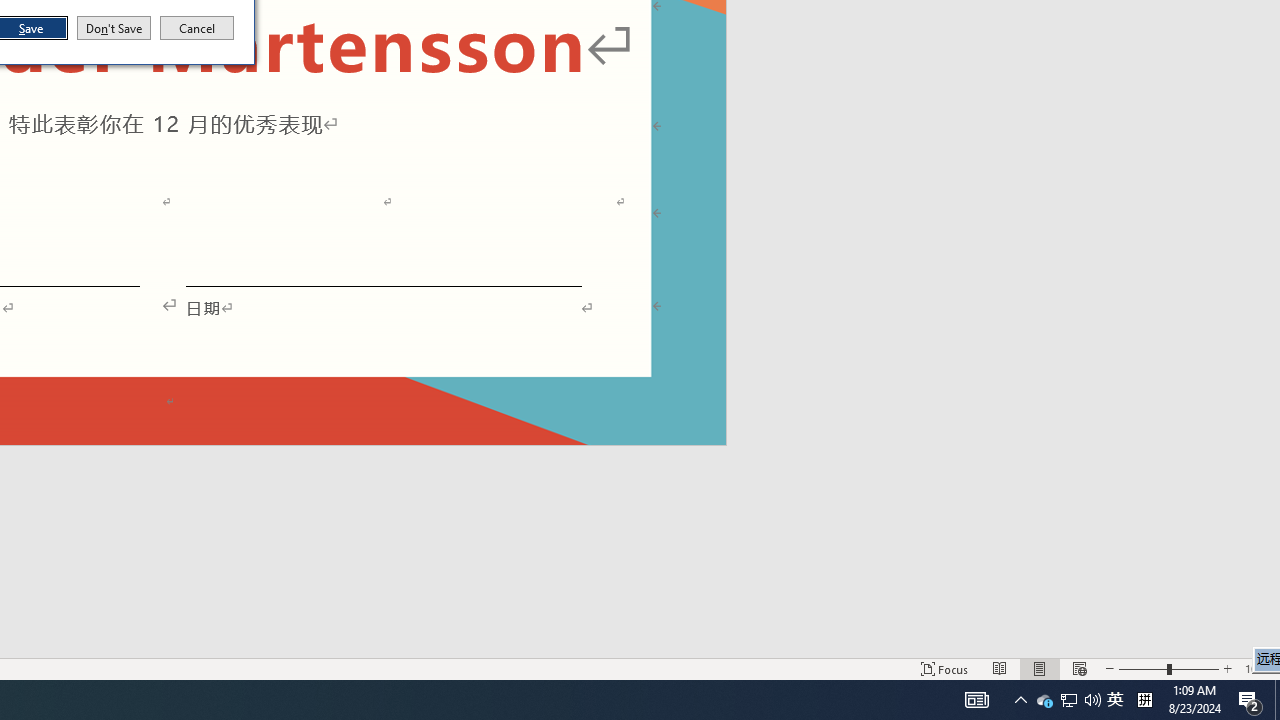 The width and height of the screenshot is (1280, 720). What do you see at coordinates (977, 698) in the screenshot?
I see `'AutomationID: 4105'` at bounding box center [977, 698].